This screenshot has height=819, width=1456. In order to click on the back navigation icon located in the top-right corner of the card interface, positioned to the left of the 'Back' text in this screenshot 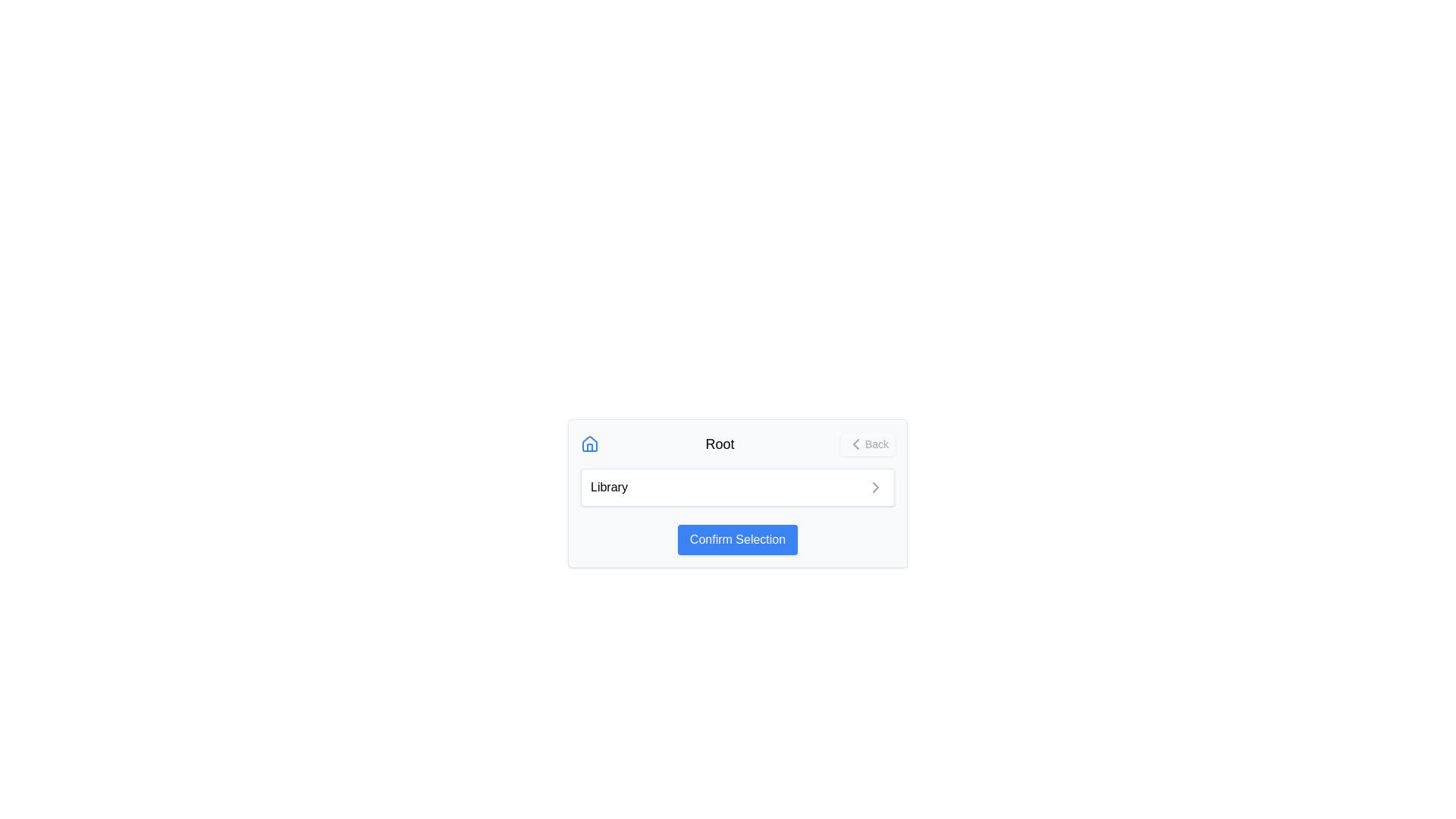, I will do `click(855, 444)`.